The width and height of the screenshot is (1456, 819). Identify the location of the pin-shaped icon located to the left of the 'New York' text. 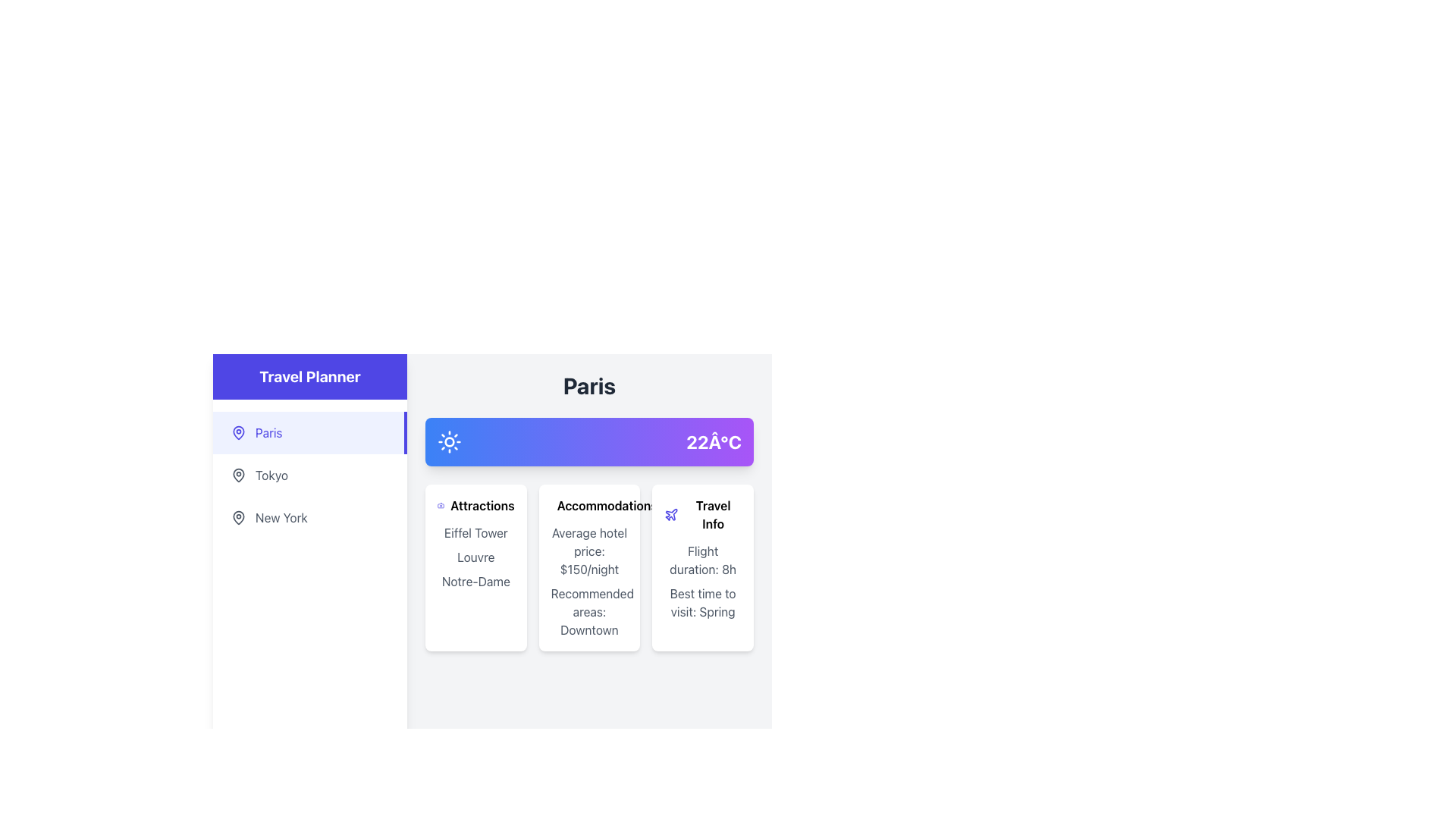
(238, 516).